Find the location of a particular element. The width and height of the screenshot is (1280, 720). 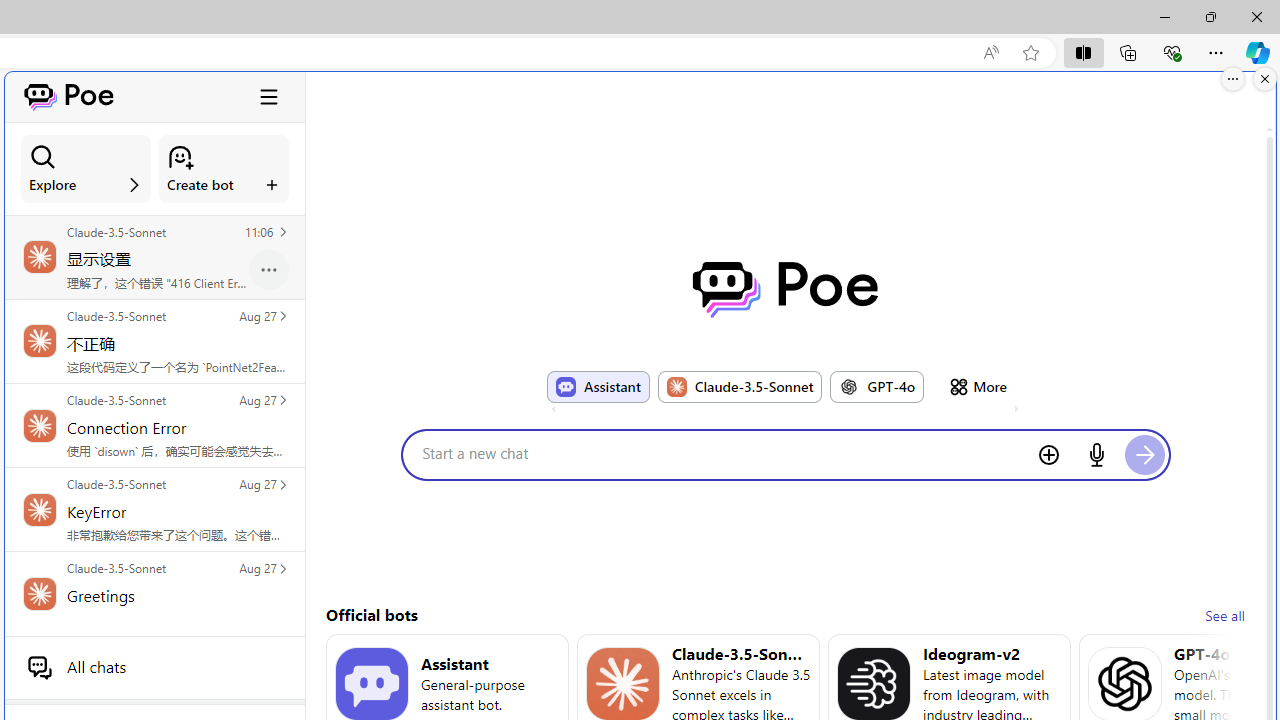

'Class: ToggleSidebarCollapseButton_hamburgerIcon__VuiyV' is located at coordinates (268, 96).